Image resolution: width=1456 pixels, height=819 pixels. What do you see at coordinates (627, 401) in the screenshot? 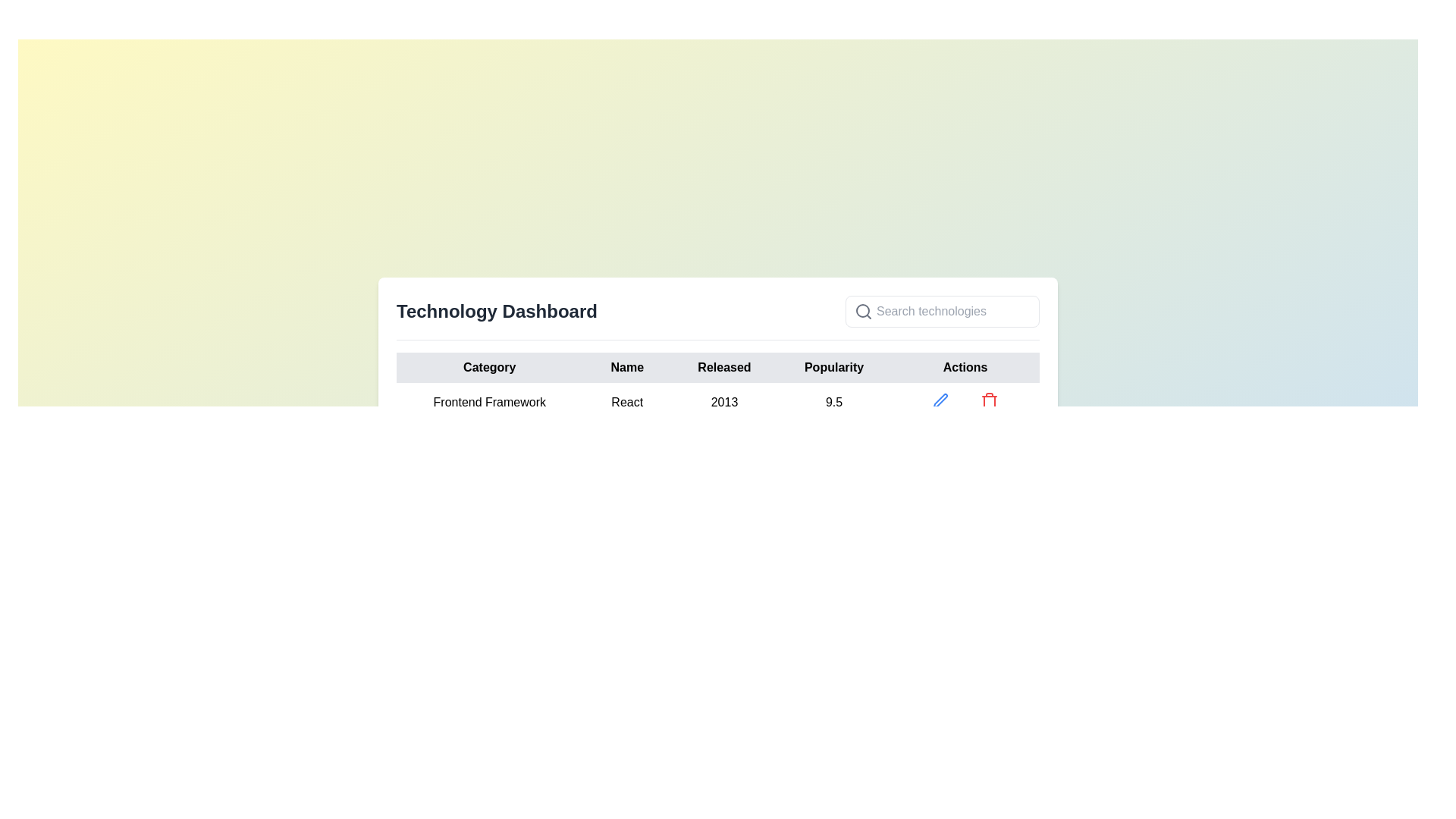
I see `the text label displaying 'React' in the second column of the Technology Dashboard table, which is adjacent to 'Frontend Framework' and '2013'` at bounding box center [627, 401].